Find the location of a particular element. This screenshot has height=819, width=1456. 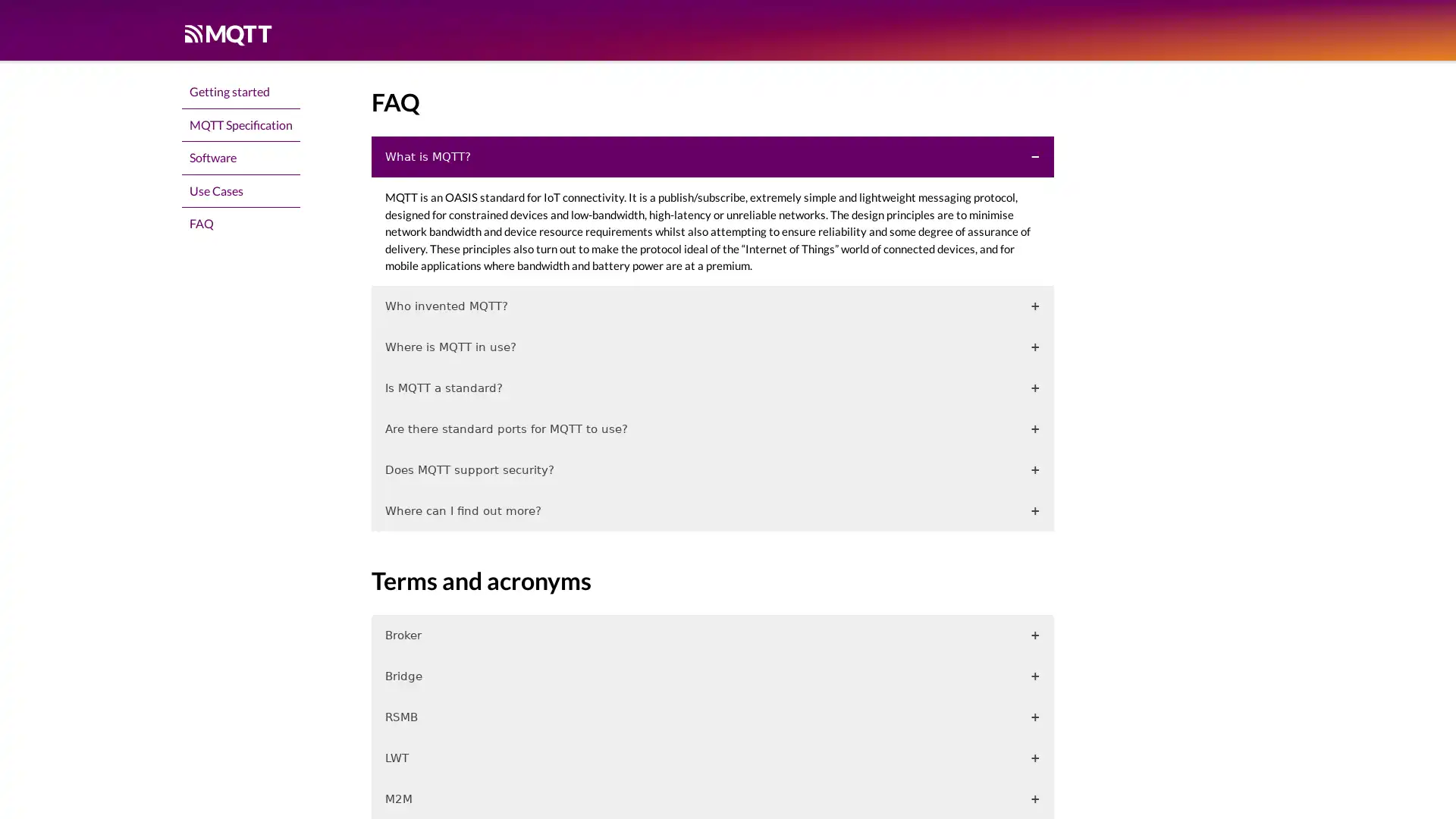

Is MQTT a standard? + is located at coordinates (712, 386).